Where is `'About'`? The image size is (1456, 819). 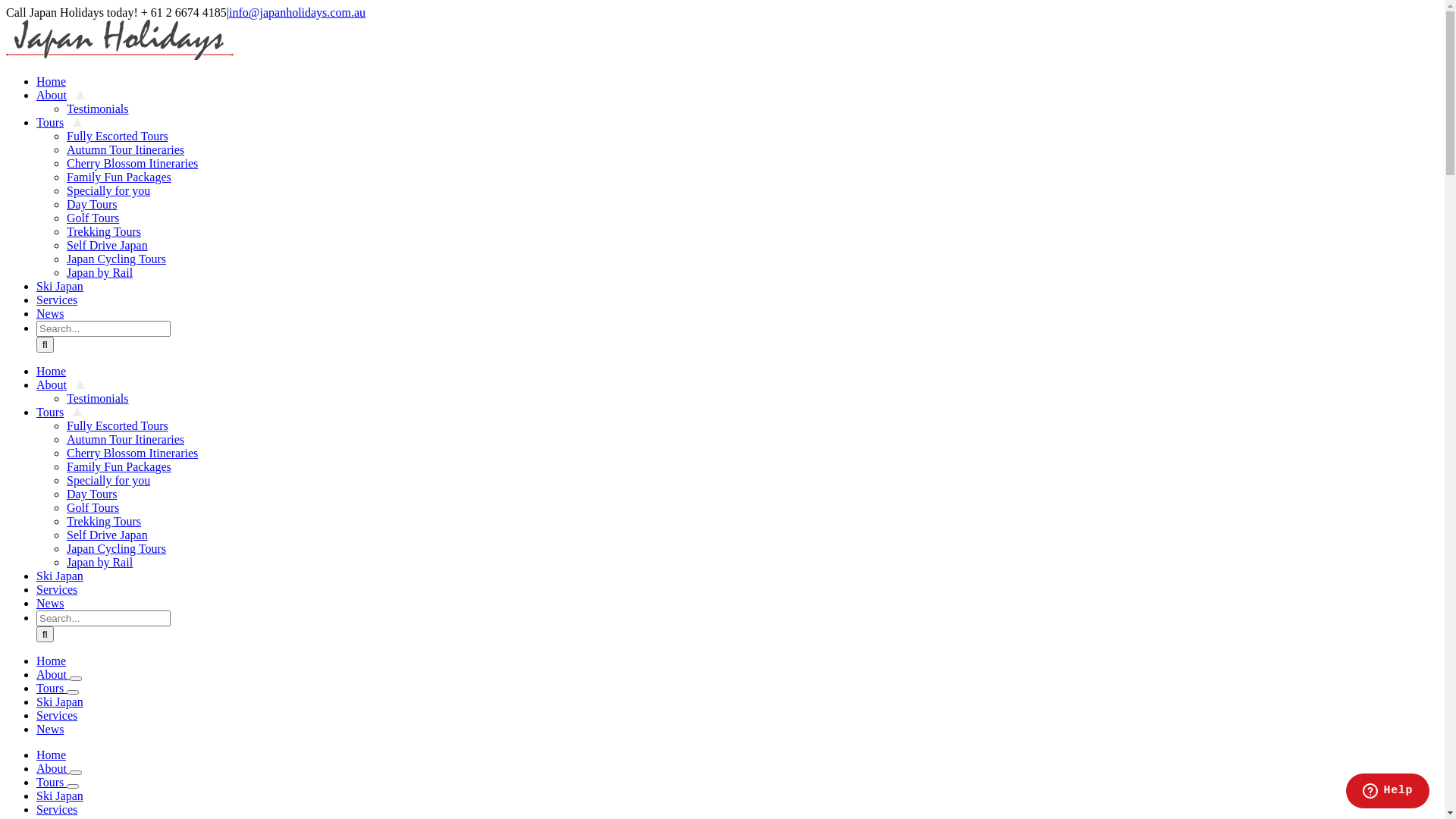
'About' is located at coordinates (53, 768).